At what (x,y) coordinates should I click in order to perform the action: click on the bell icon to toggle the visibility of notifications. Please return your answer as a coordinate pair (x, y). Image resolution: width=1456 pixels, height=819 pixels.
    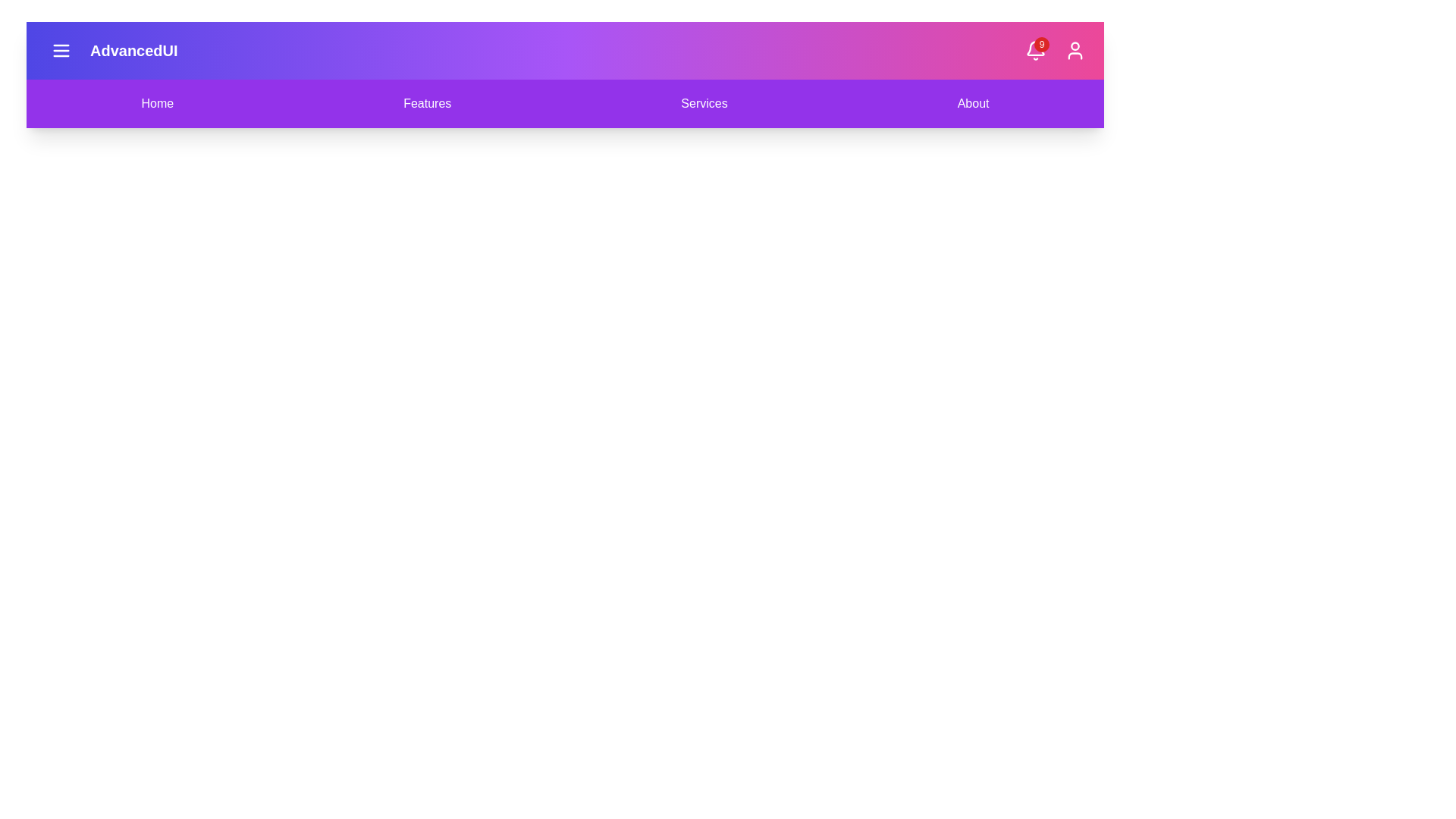
    Looking at the image, I should click on (1035, 49).